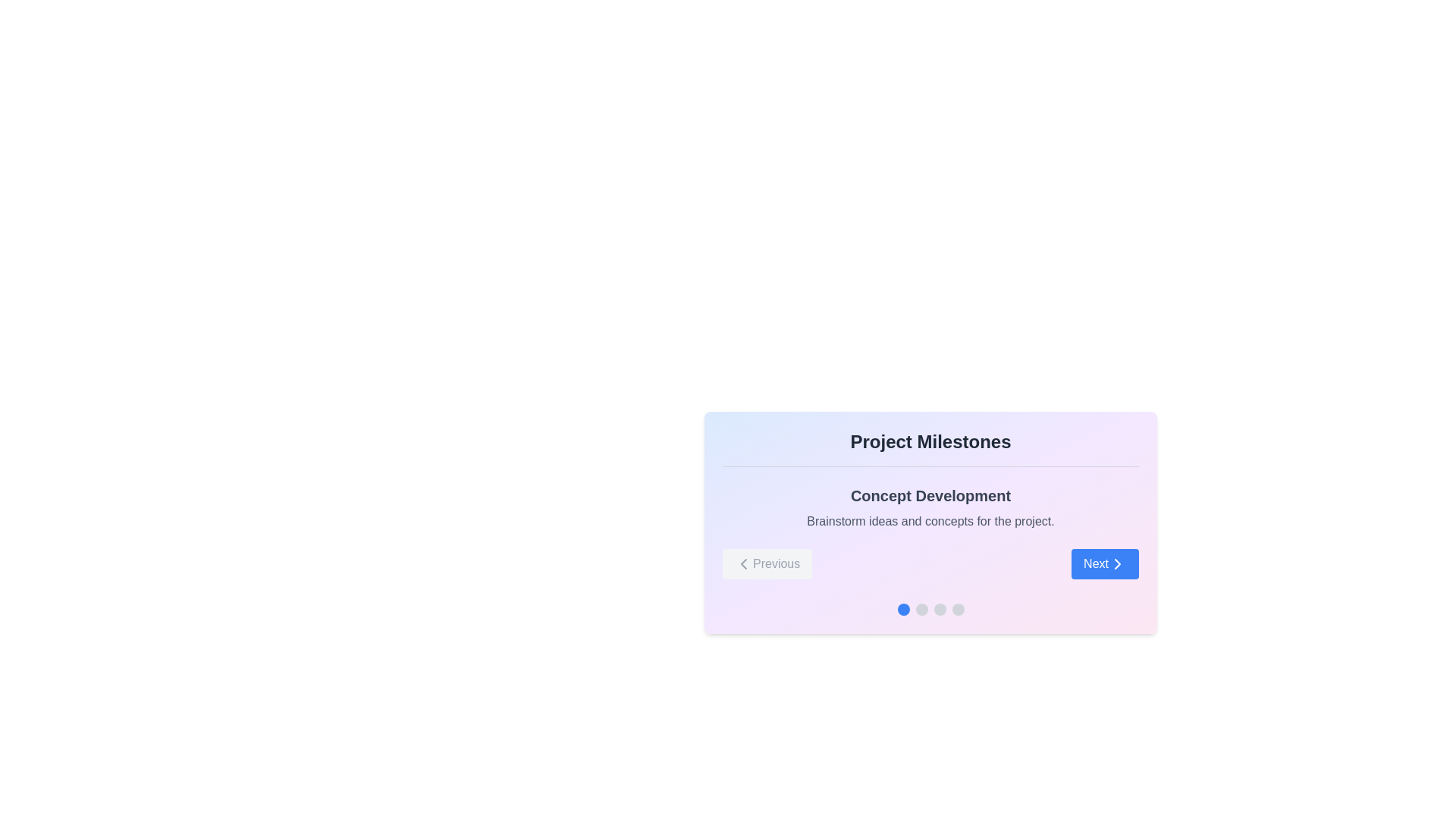 Image resolution: width=1456 pixels, height=819 pixels. Describe the element at coordinates (930, 508) in the screenshot. I see `the 'Concept Development' text block, which has a bold dark gray title and a smaller lighter gray description, positioned below the 'Project Milestones' header` at that location.